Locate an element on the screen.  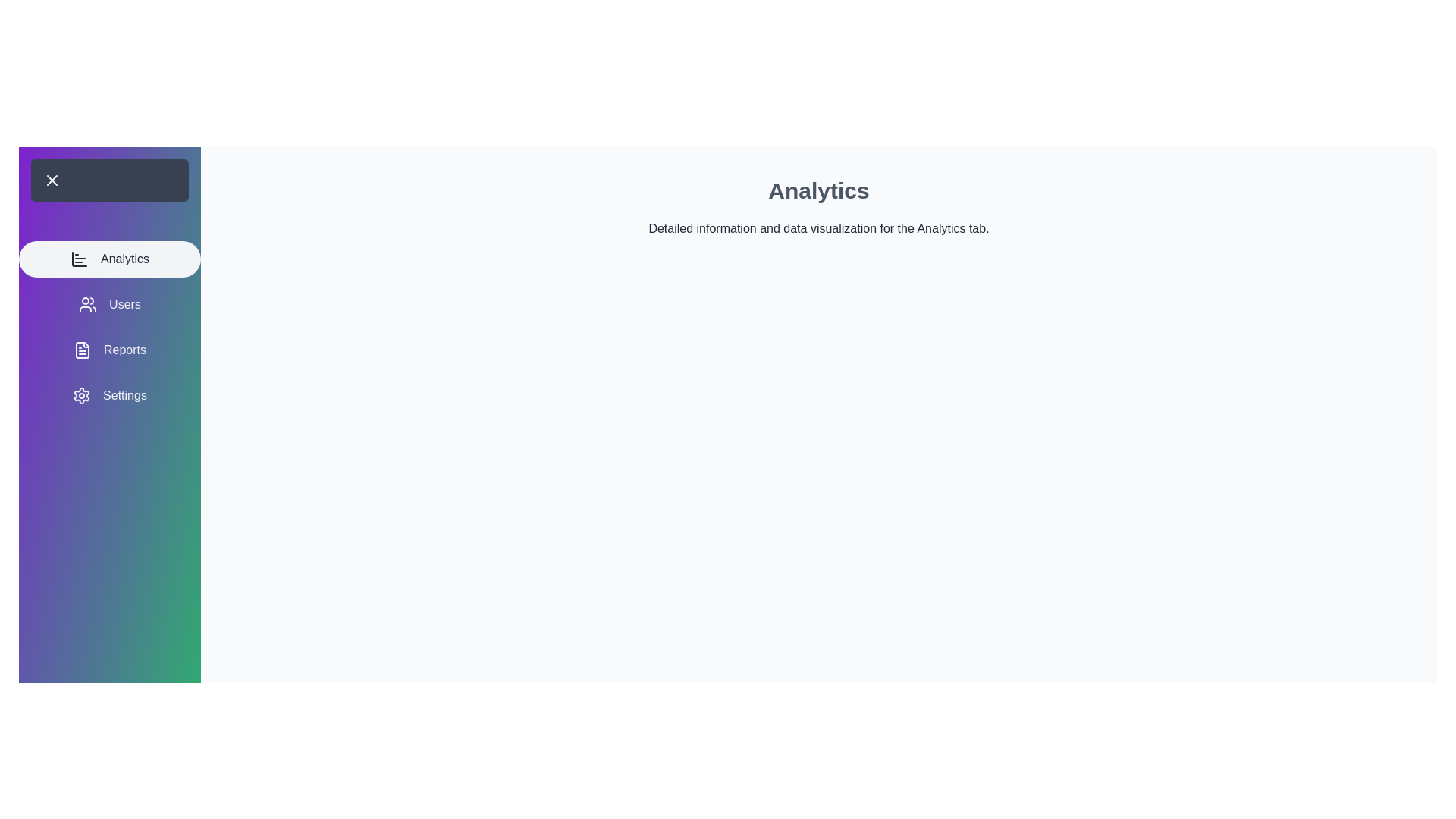
the menu option Reports by clicking on it is located at coordinates (108, 350).